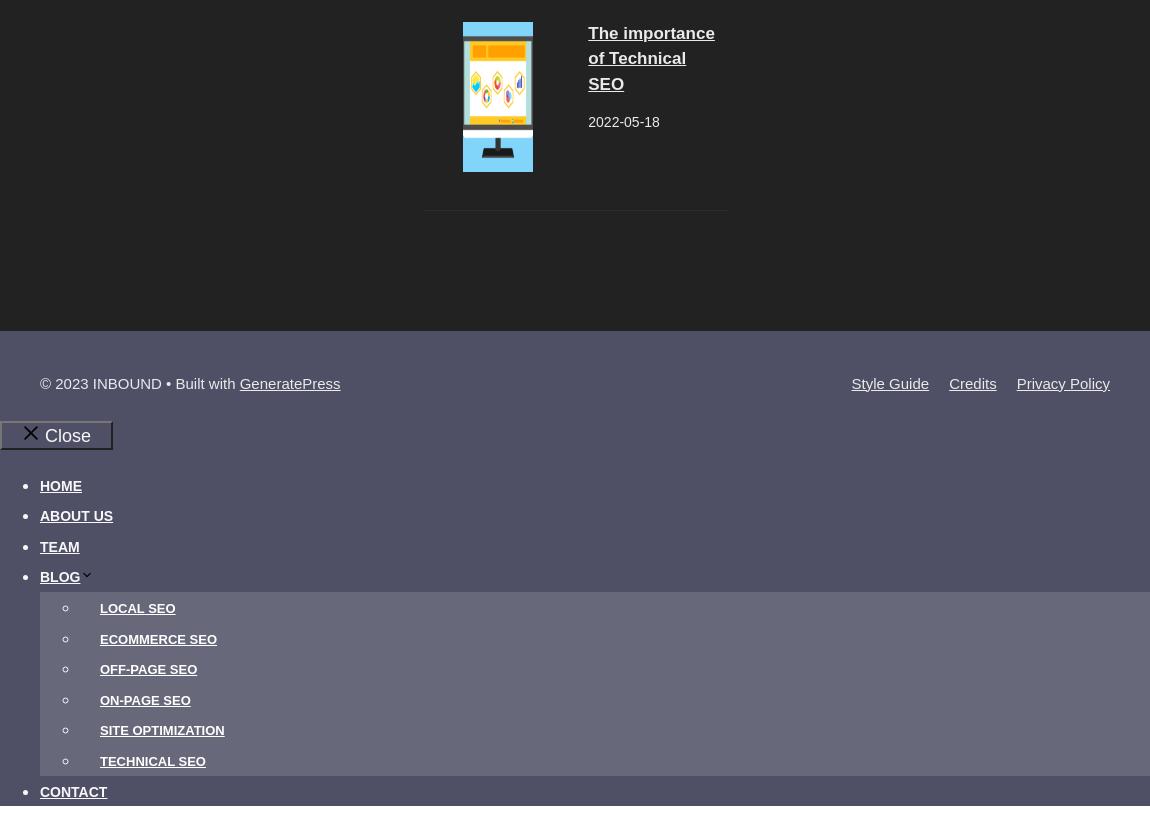 The width and height of the screenshot is (1150, 823). I want to click on '© 2023 INBOUND • Built with', so click(138, 381).